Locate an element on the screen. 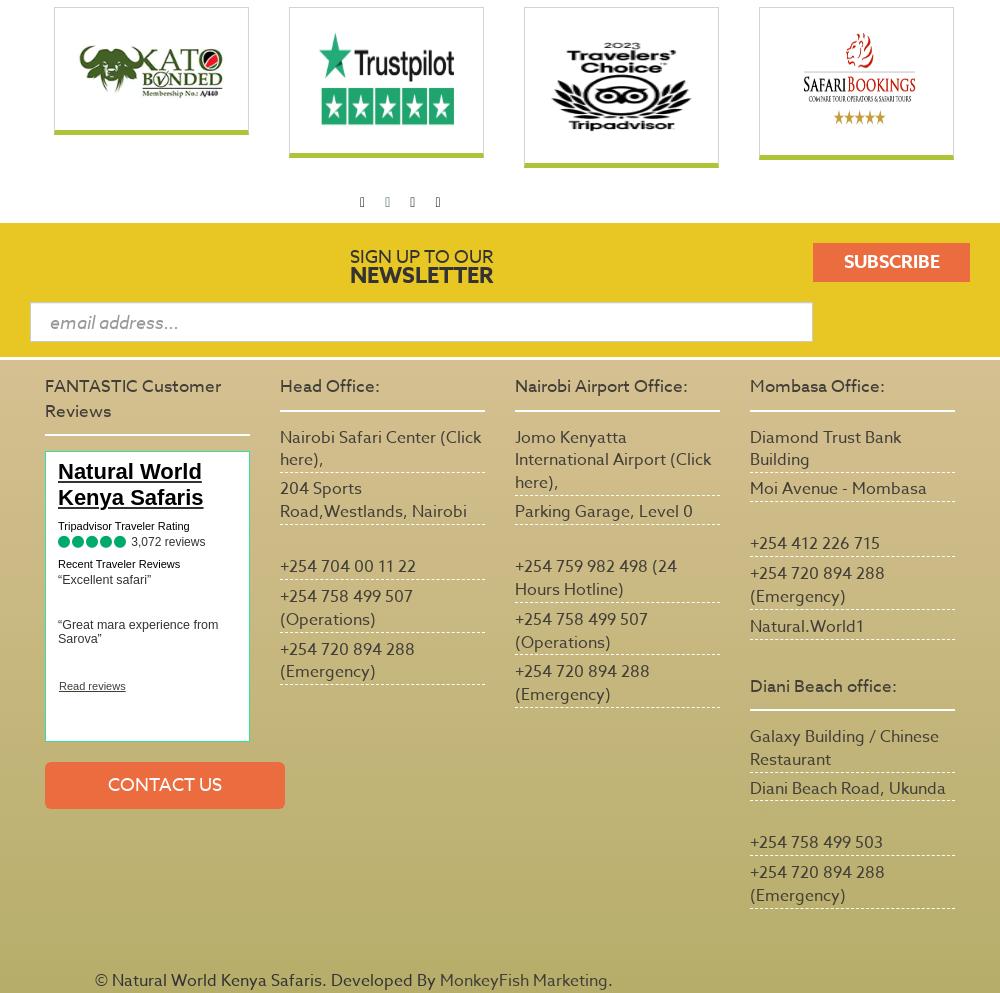 The height and width of the screenshot is (993, 1000). '© Natural World Kenya Safaris. Developed By' is located at coordinates (94, 979).